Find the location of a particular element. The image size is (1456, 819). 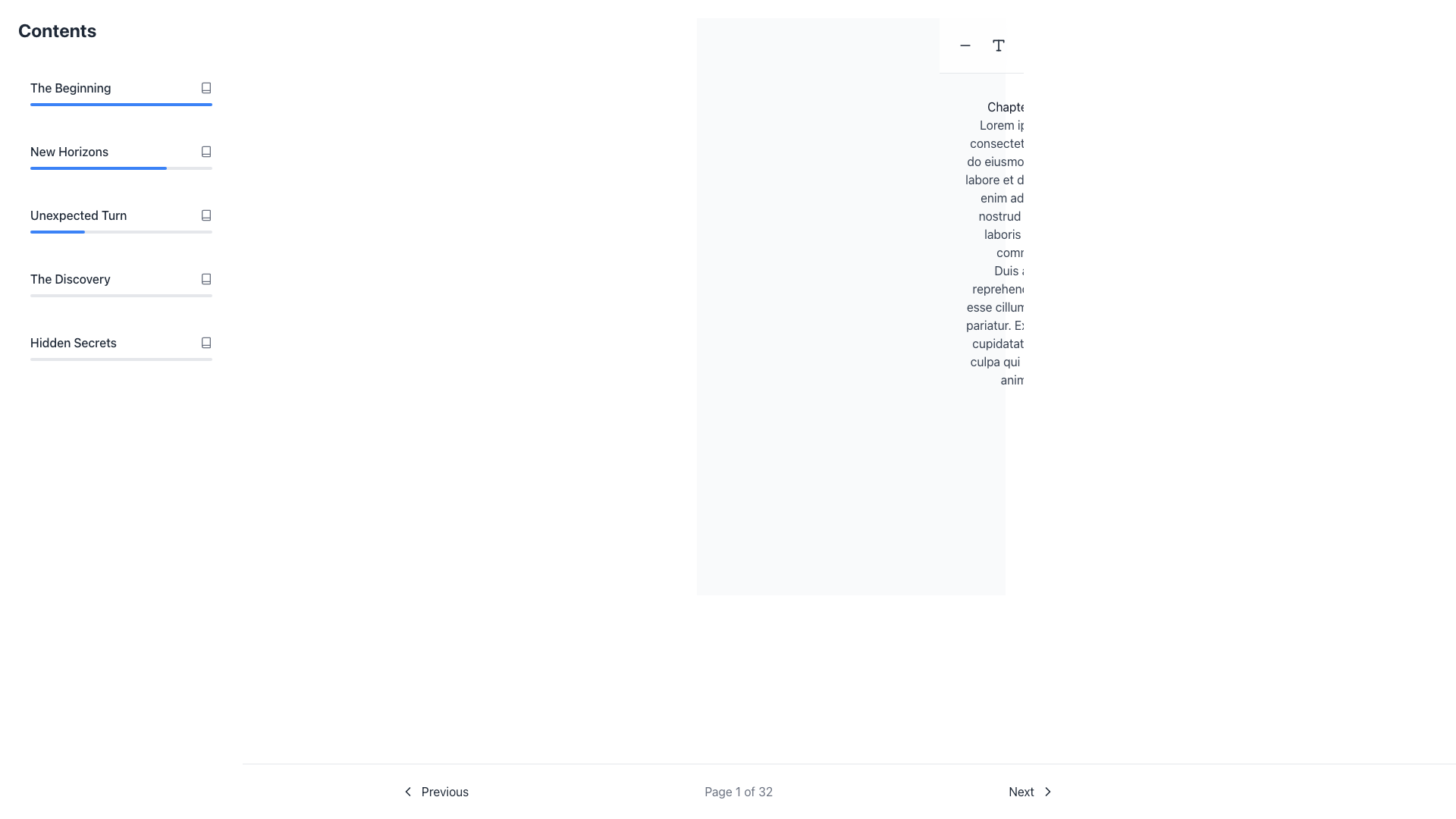

the progress bar representing the completion percentage for the 'New Horizons' section, located below the text label 'New Horizons' is located at coordinates (120, 168).